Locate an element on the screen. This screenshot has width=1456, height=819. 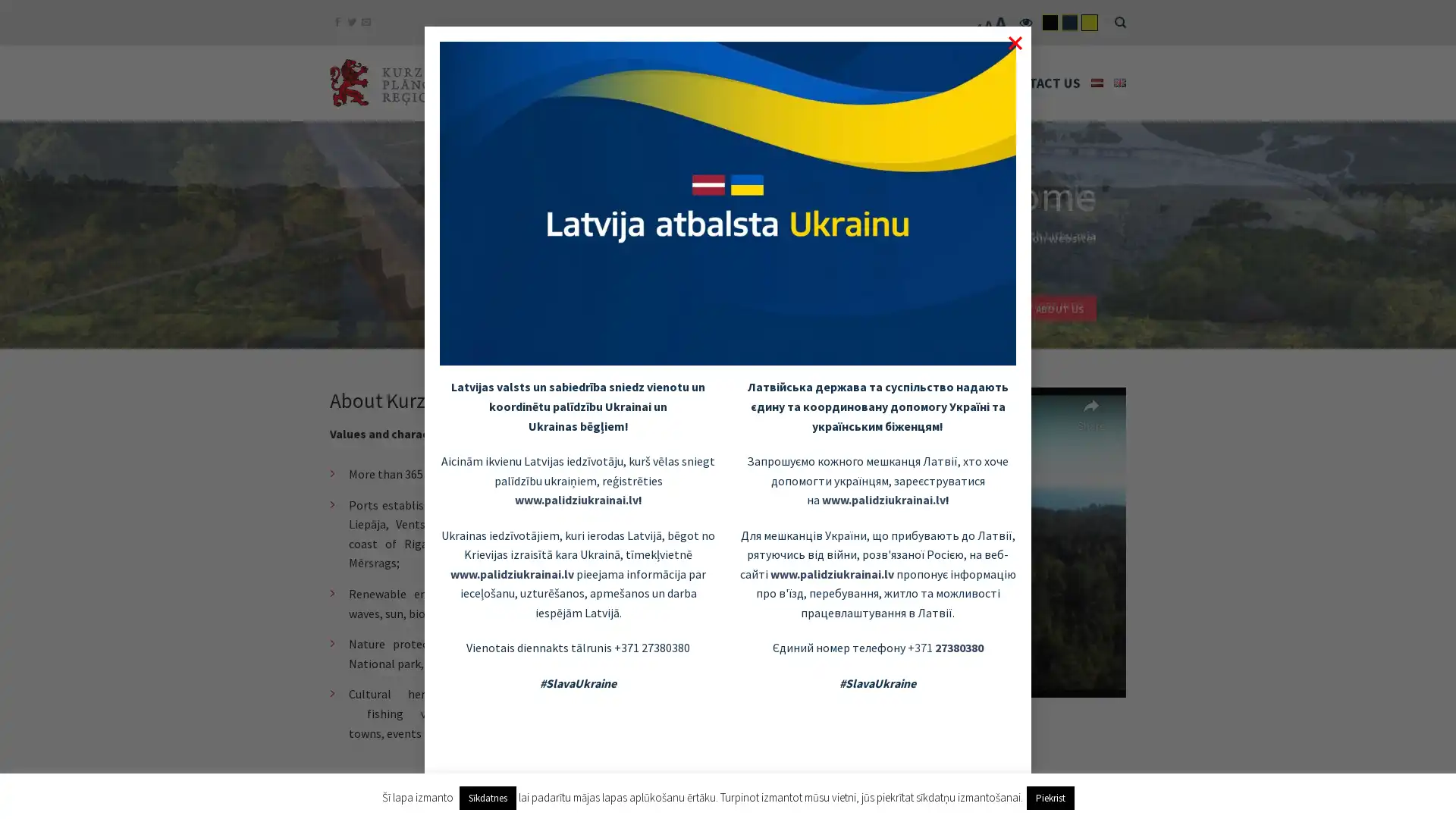
flatsome-black is located at coordinates (1050, 22).